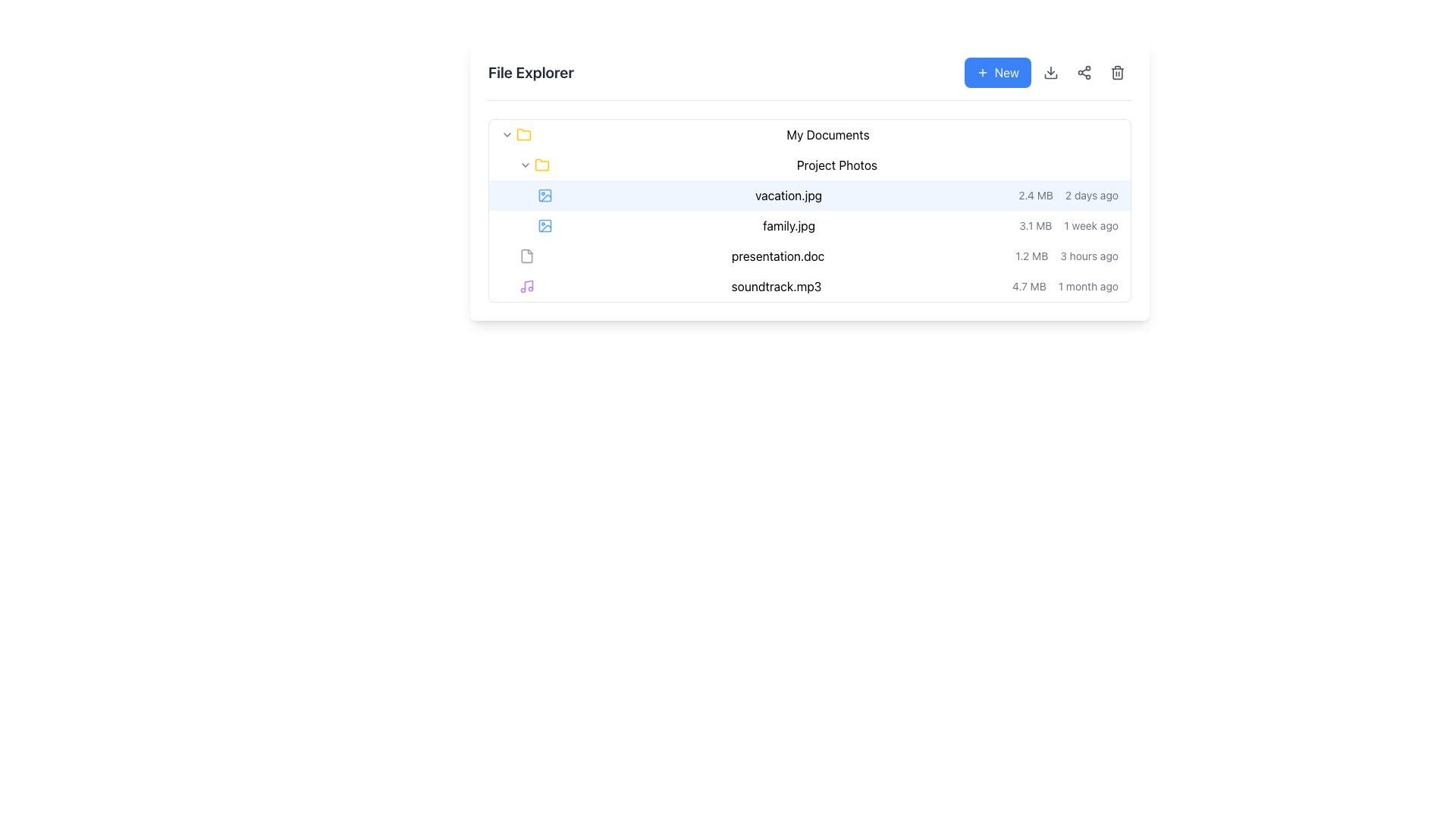  Describe the element at coordinates (809, 133) in the screenshot. I see `the first Navigation Item, which is a folder entry for 'My Documents'` at that location.